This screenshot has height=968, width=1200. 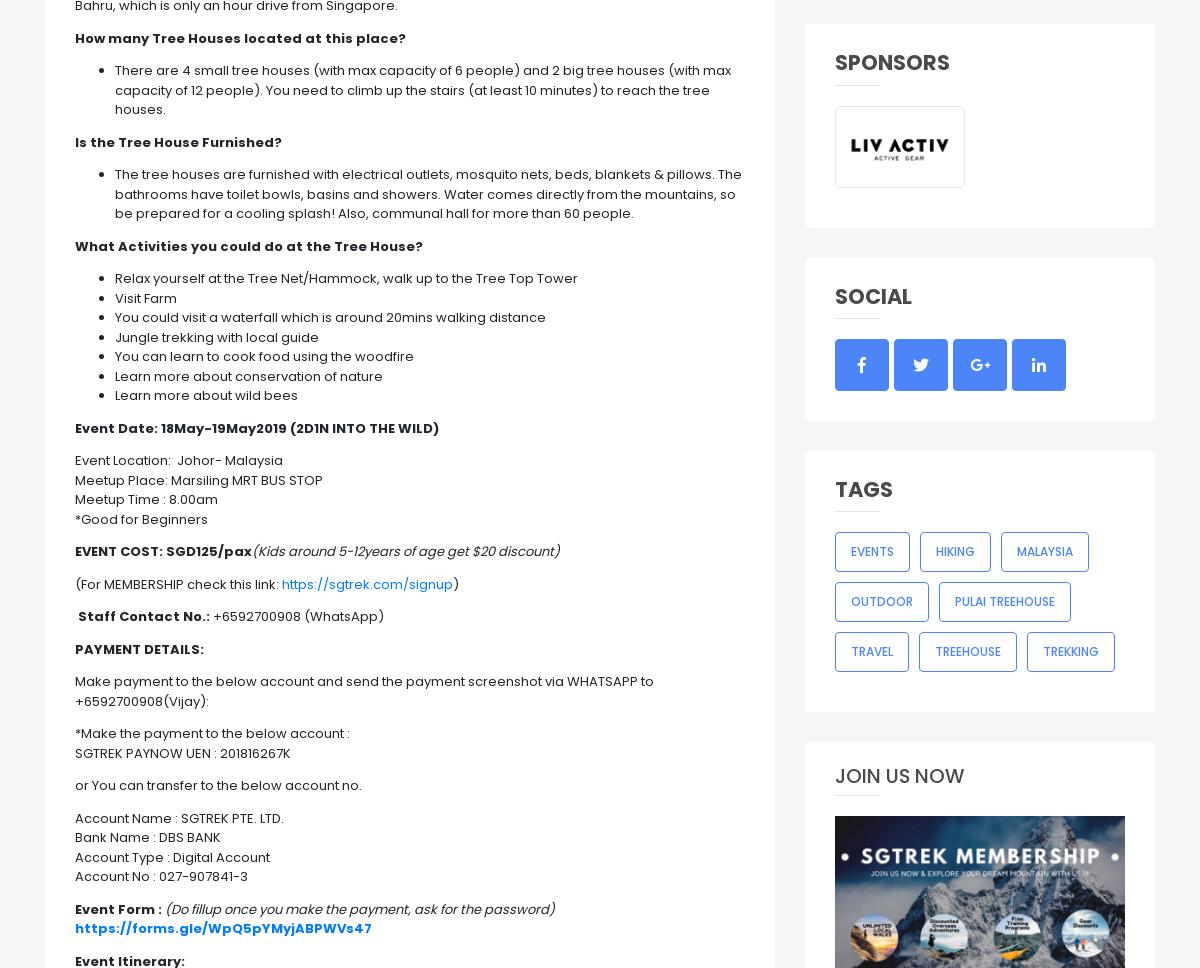 What do you see at coordinates (239, 37) in the screenshot?
I see `'How many Tree Houses located at this place?'` at bounding box center [239, 37].